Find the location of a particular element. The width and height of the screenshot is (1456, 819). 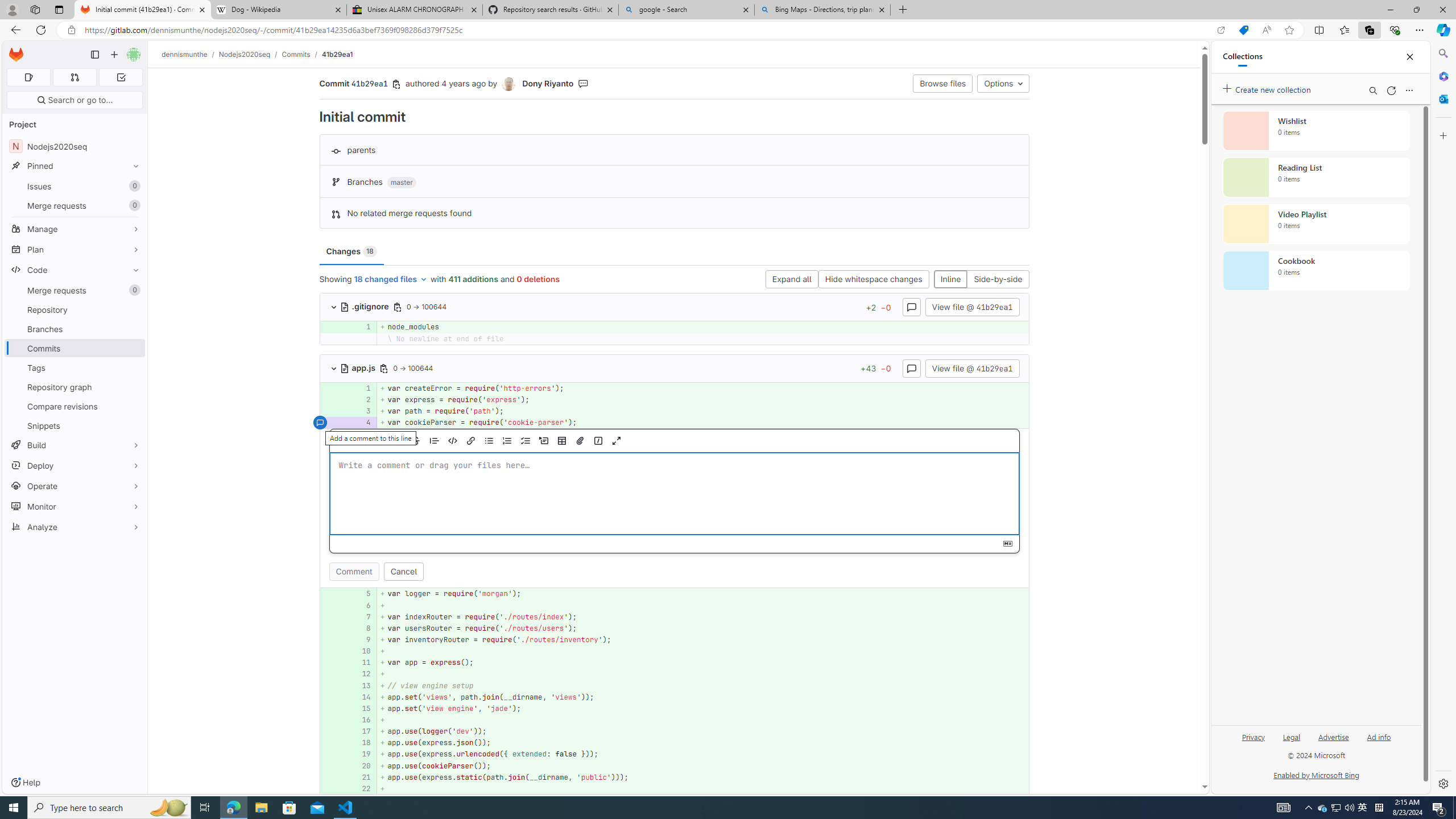

'Wishlist collection, 0 items' is located at coordinates (1316, 130).